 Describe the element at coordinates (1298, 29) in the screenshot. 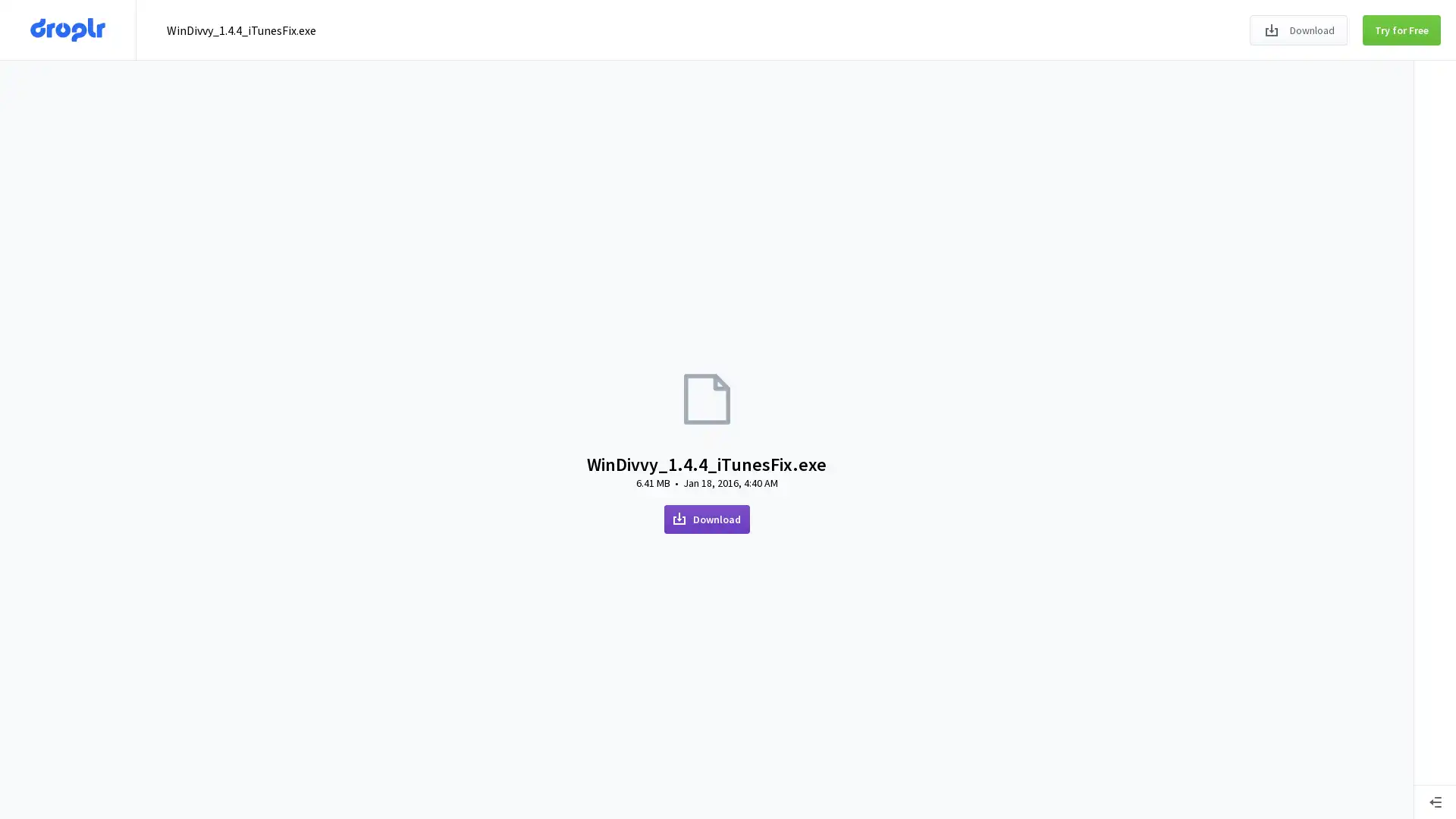

I see `Download` at that location.